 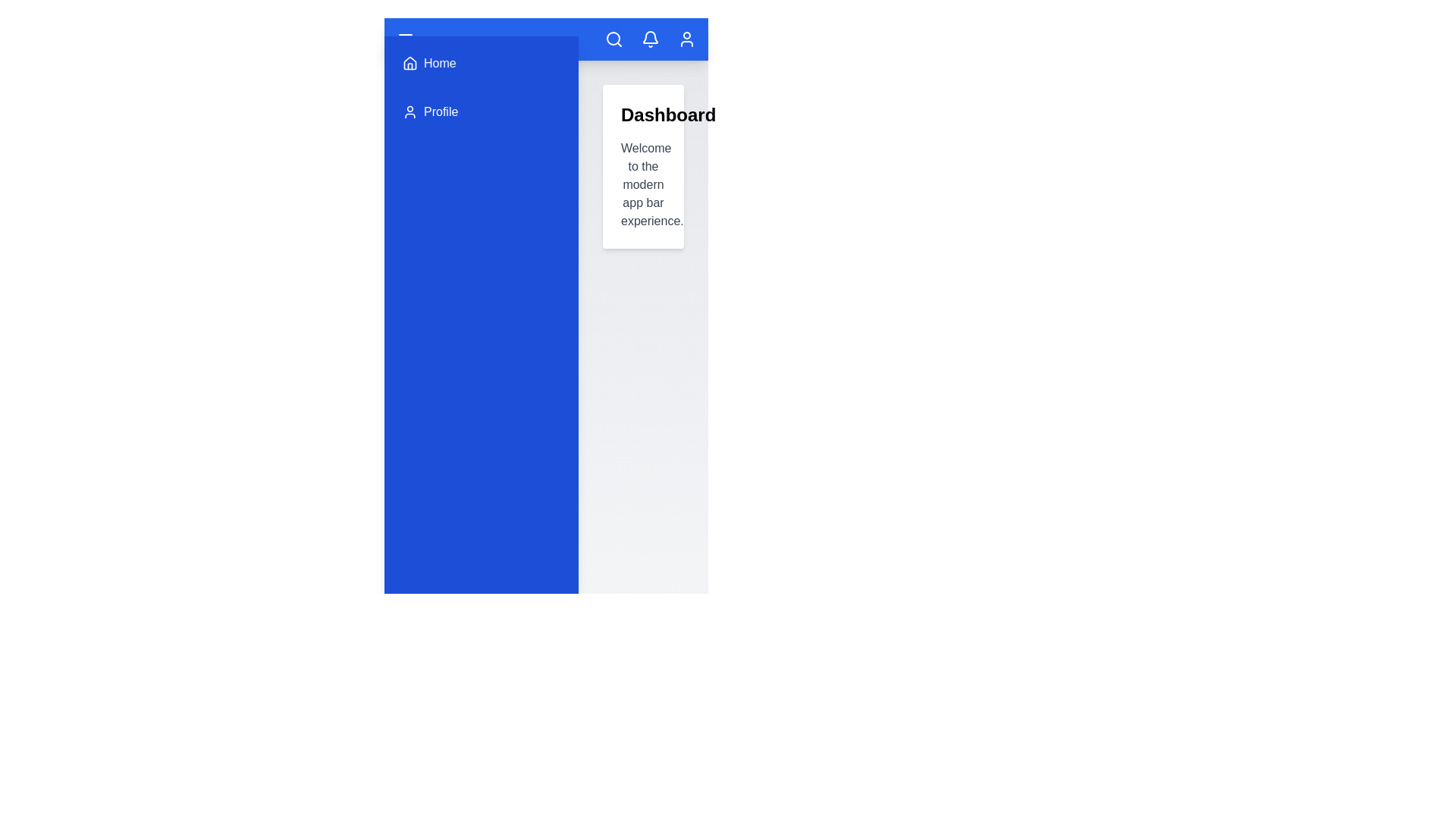 I want to click on the user profile icon located at the top right corner of the app bar, so click(x=686, y=38).